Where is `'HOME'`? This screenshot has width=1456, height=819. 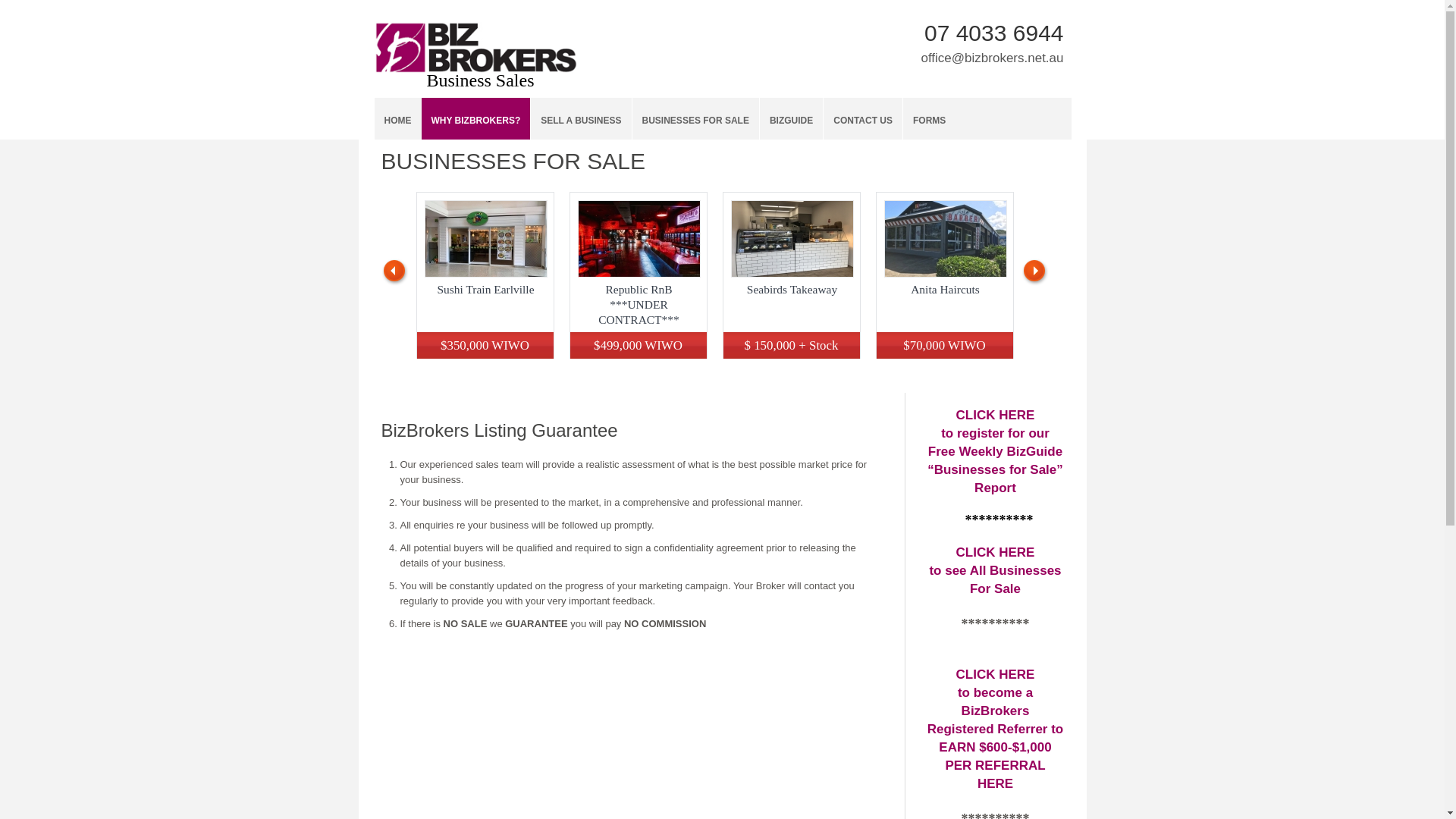
'HOME' is located at coordinates (397, 118).